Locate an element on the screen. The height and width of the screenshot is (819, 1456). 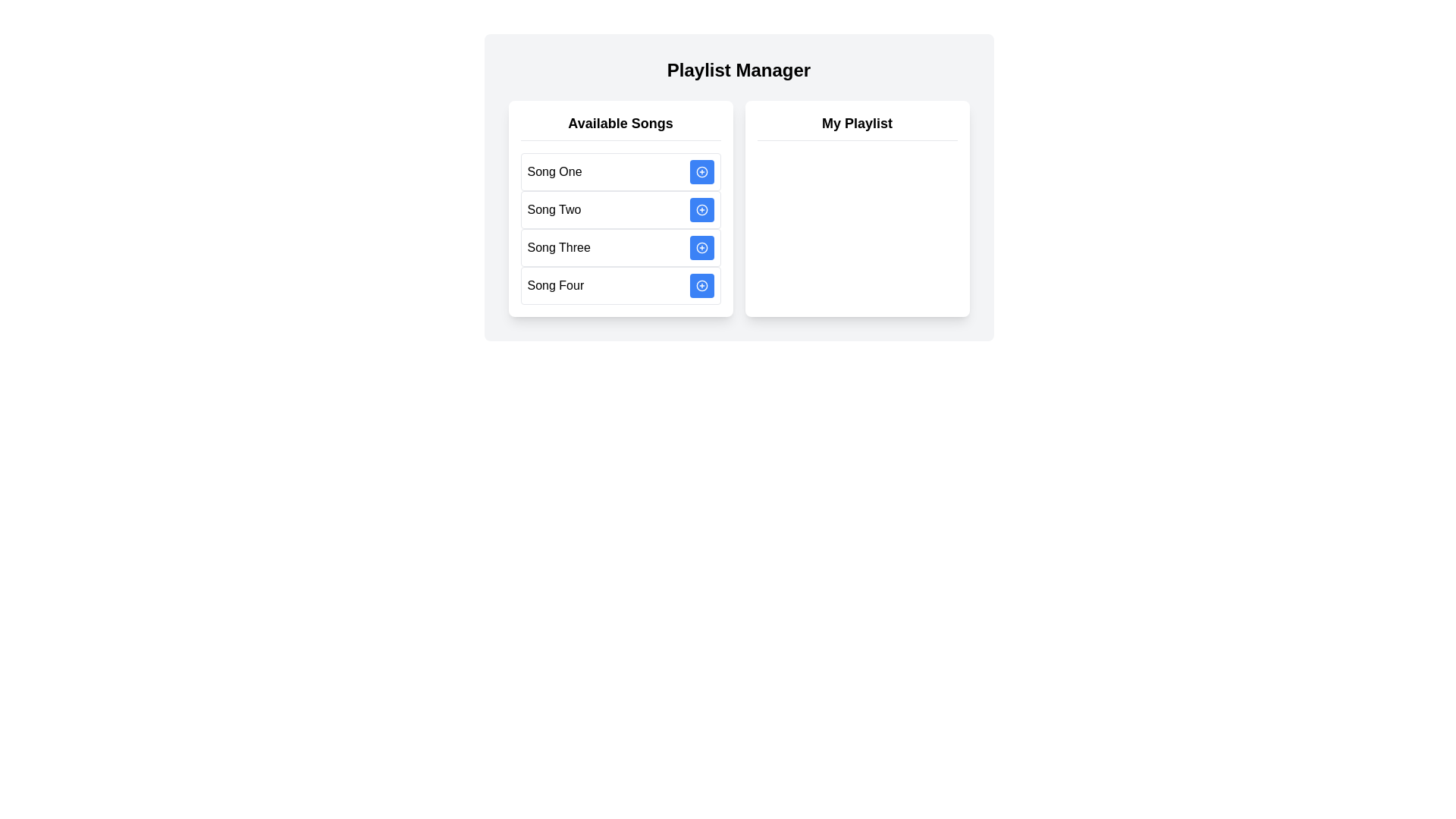
'Add' button next to the song titled Song Three to add it to the playlist is located at coordinates (701, 247).